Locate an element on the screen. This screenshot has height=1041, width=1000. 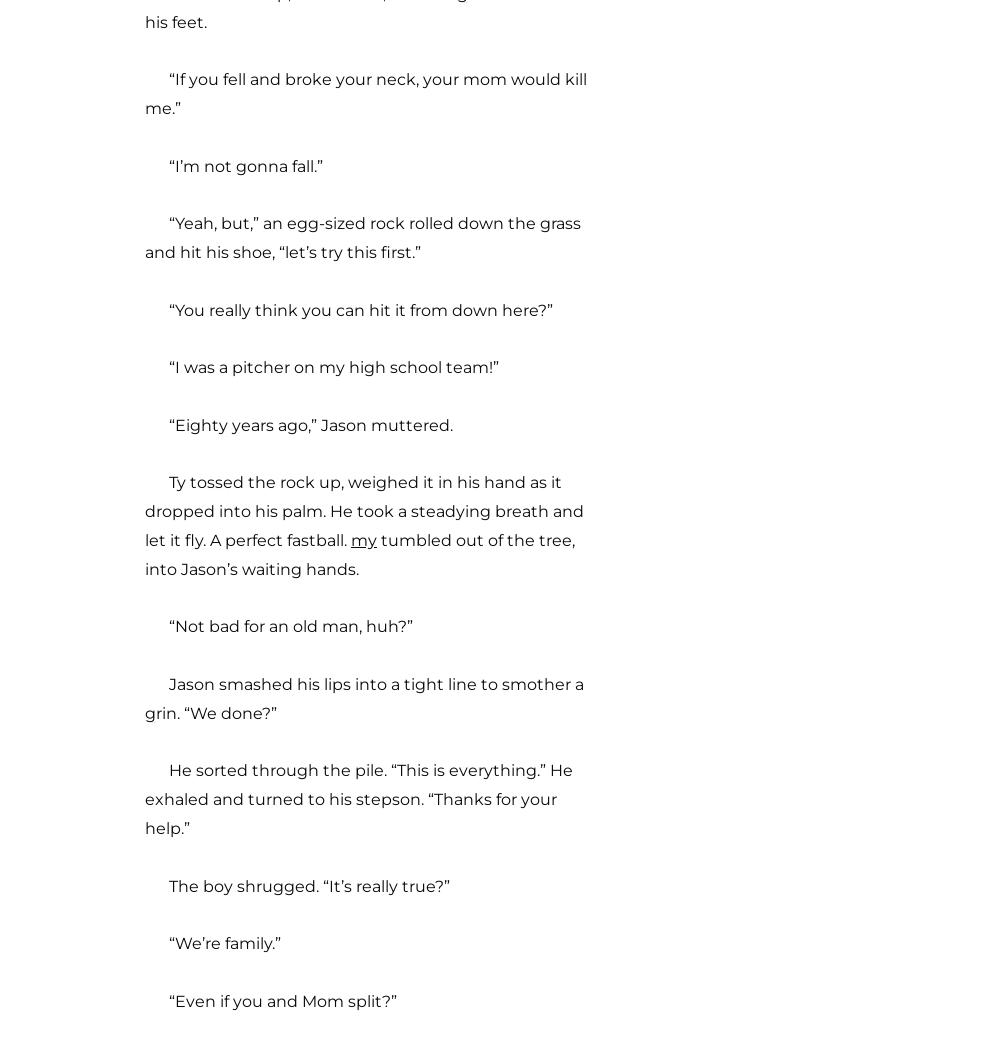
'“Eighty years ago,” Jason muttered.' is located at coordinates (145, 423).